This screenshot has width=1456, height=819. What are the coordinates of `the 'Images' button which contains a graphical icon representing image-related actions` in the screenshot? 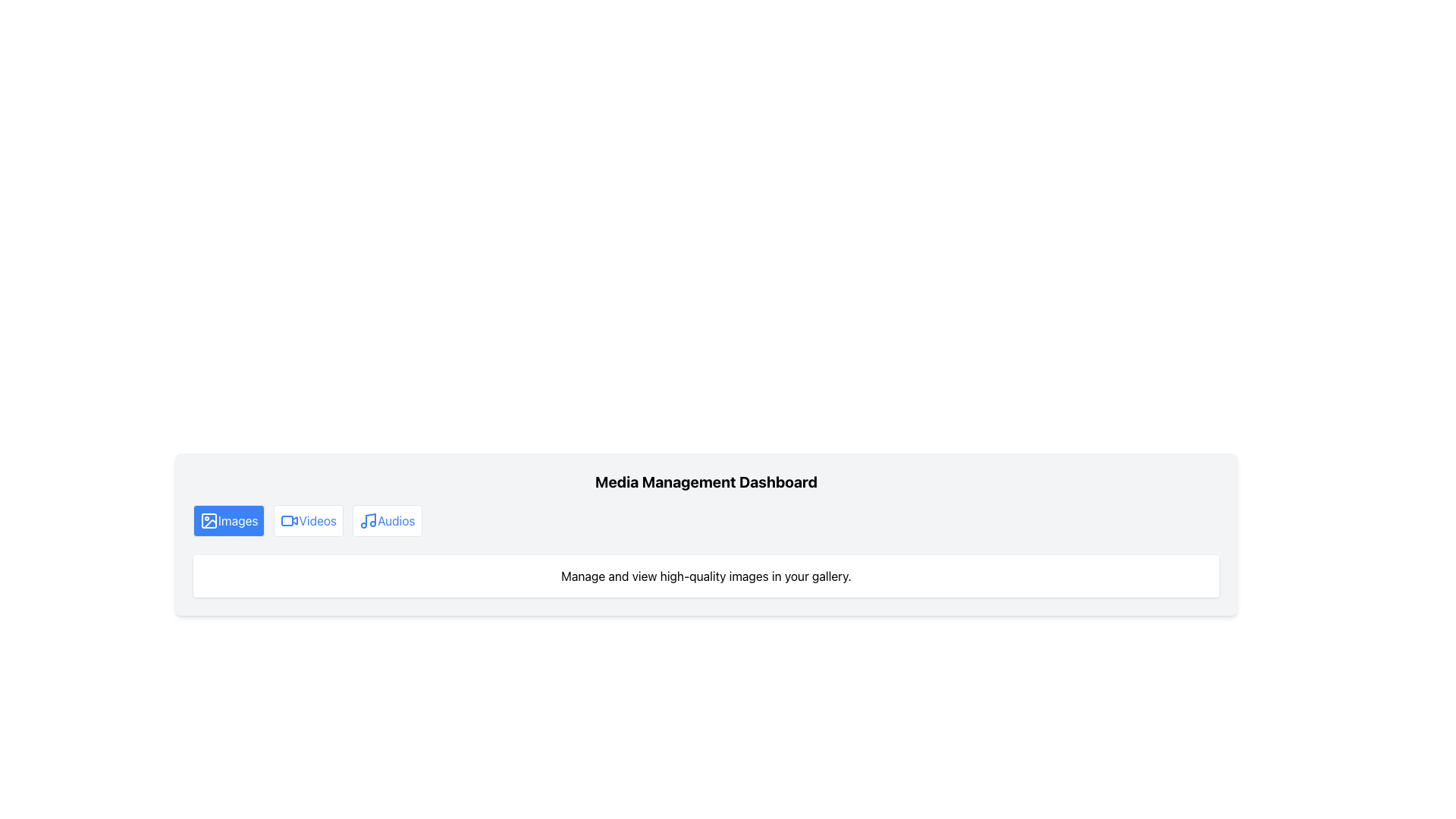 It's located at (208, 519).